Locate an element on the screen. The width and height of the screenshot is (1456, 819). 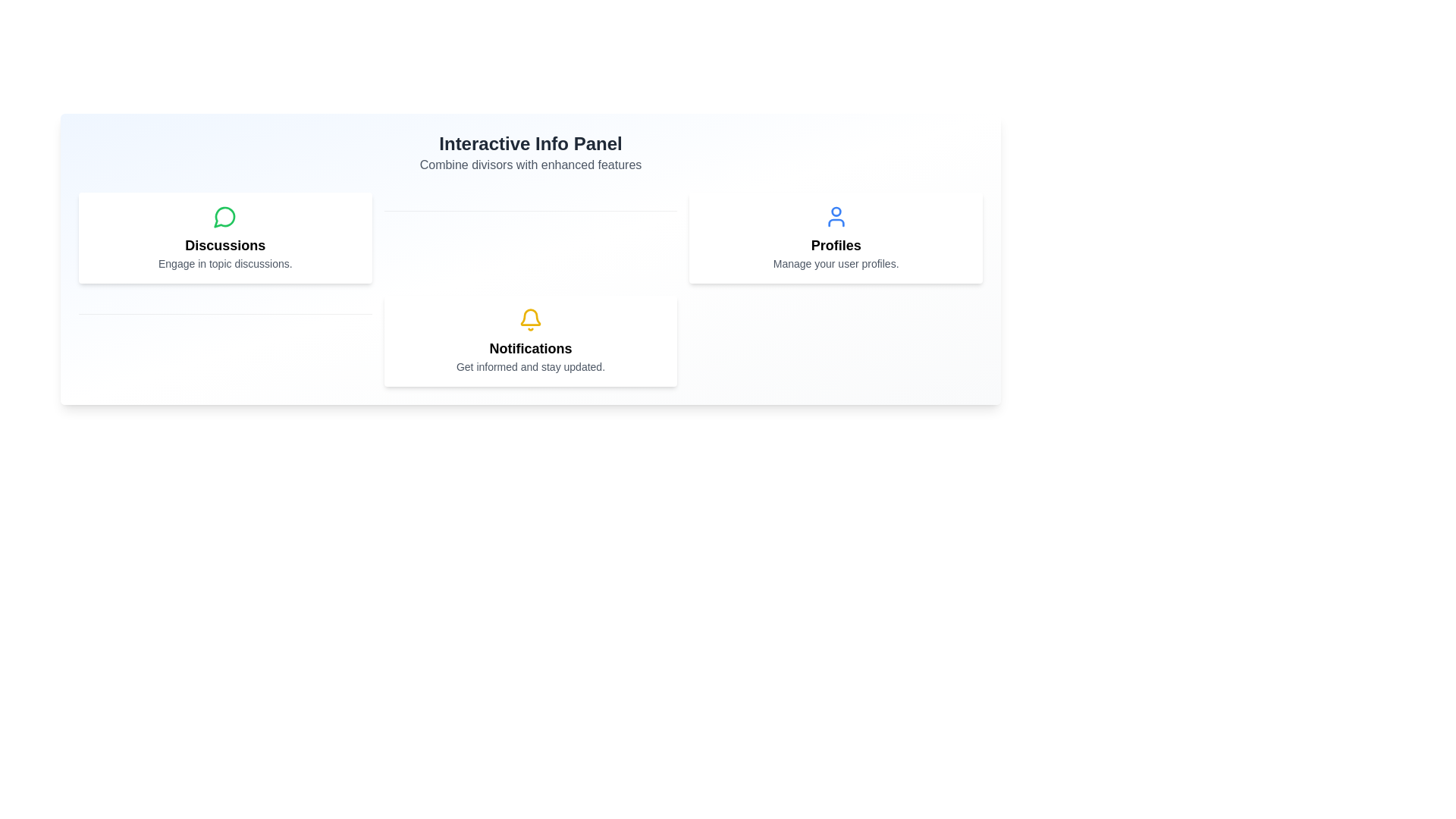
the static text element that displays 'Get informed and stay updated.' which is styled in gray color and is part of the notifications card is located at coordinates (531, 366).